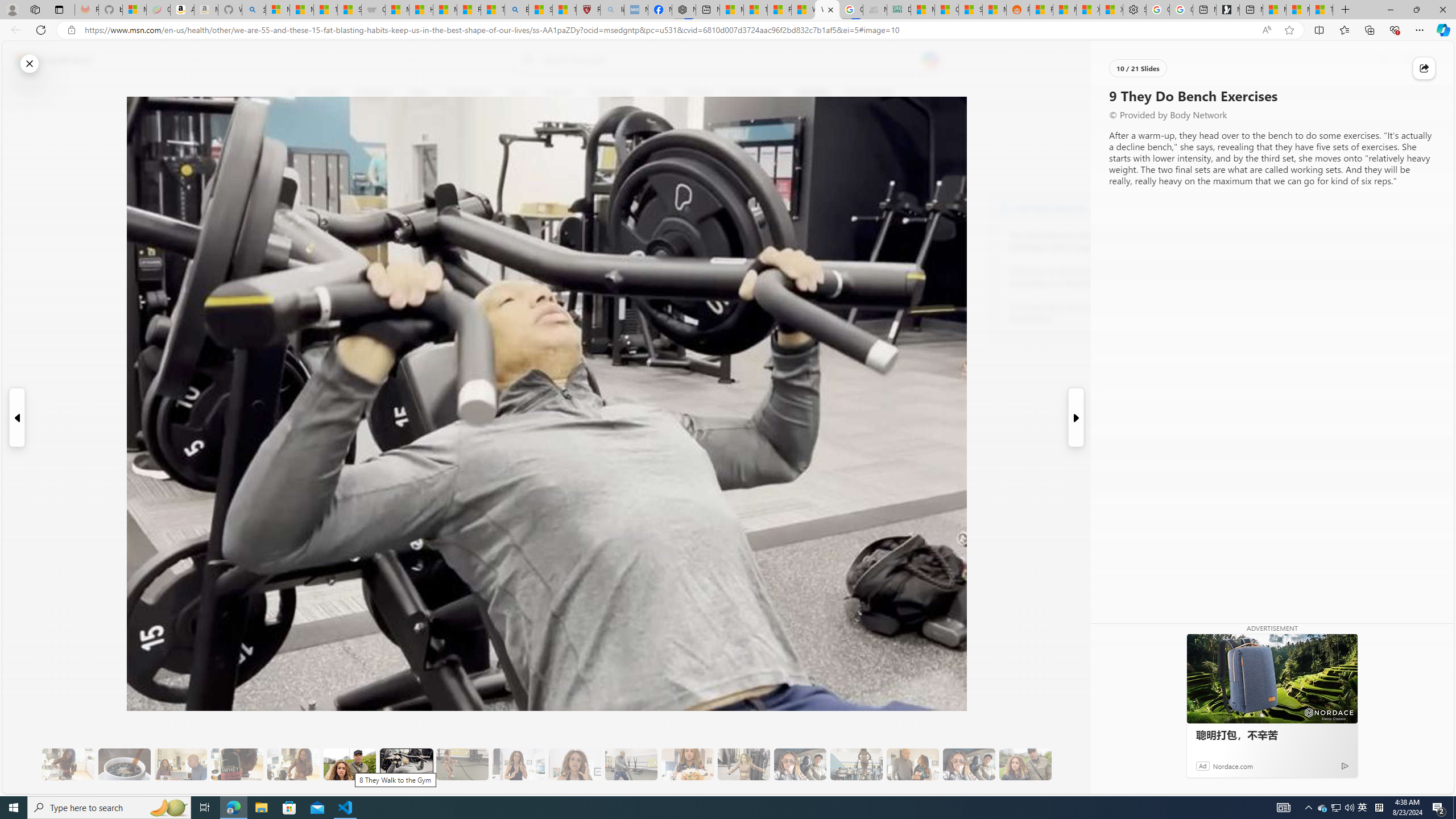 This screenshot has height=819, width=1456. Describe the element at coordinates (686, 764) in the screenshot. I see `'14 They Have Salmon and Veggies for Dinner'` at that location.